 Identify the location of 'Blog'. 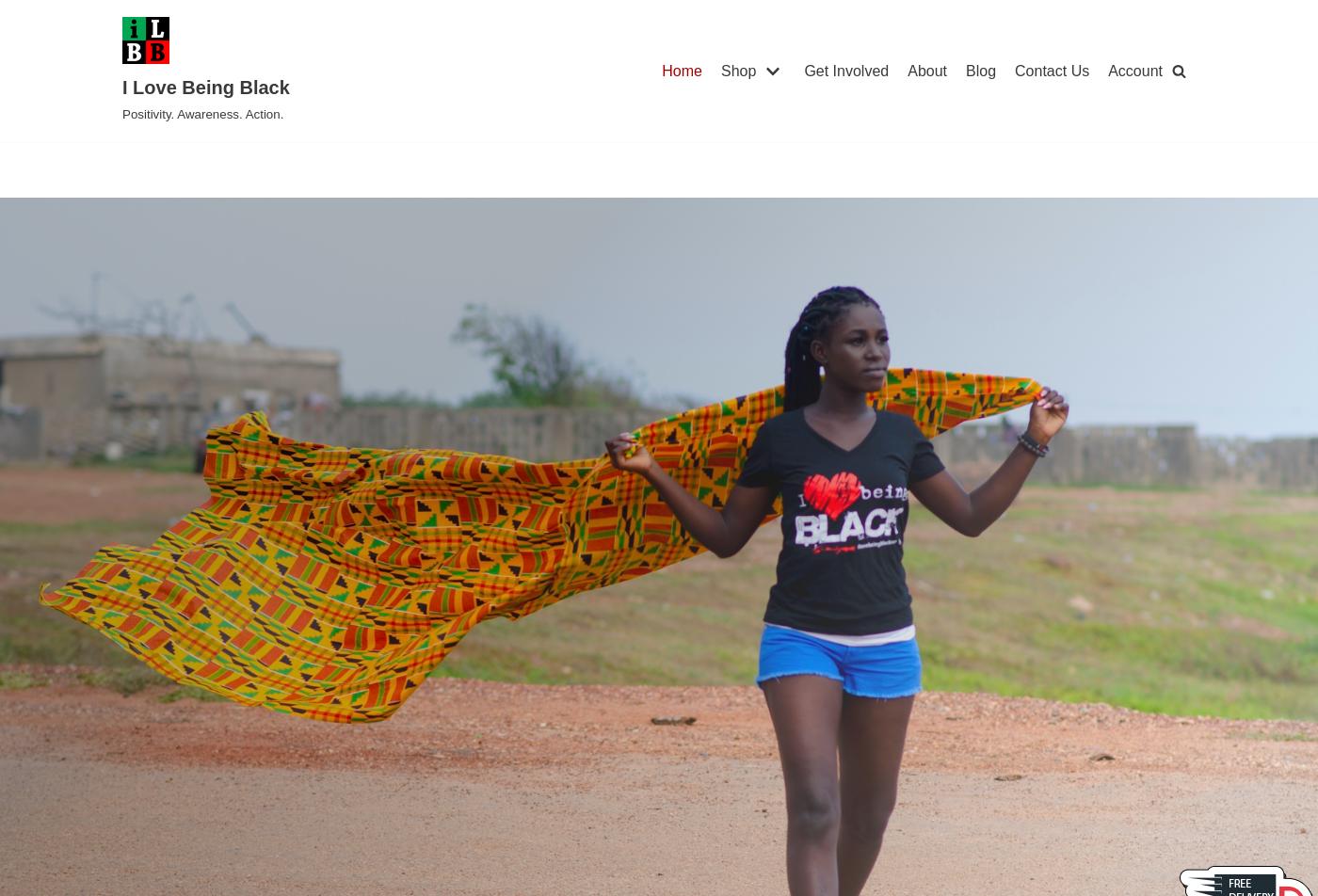
(981, 70).